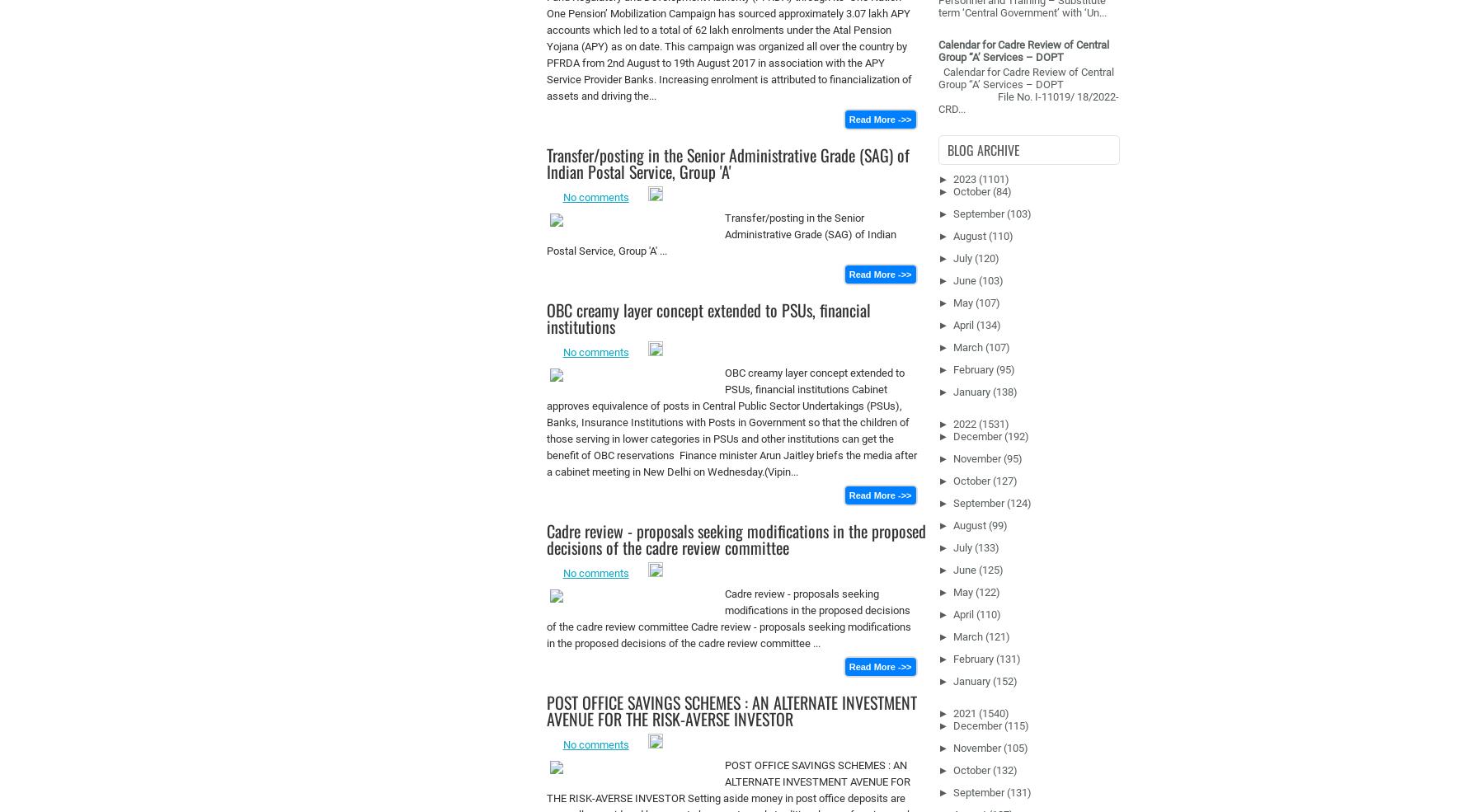 The height and width of the screenshot is (812, 1472). I want to click on '(1101)', so click(993, 177).